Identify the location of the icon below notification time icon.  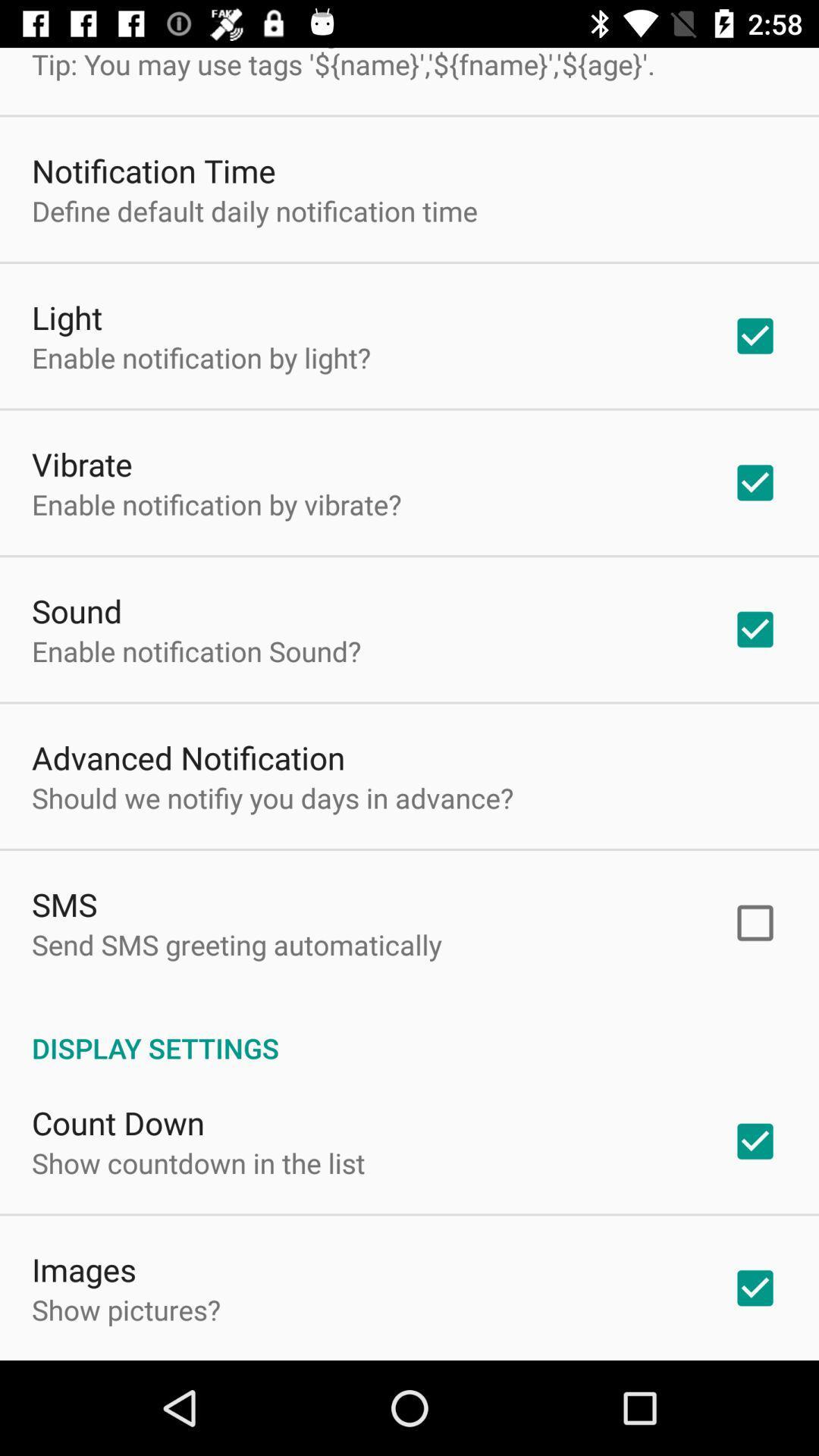
(253, 210).